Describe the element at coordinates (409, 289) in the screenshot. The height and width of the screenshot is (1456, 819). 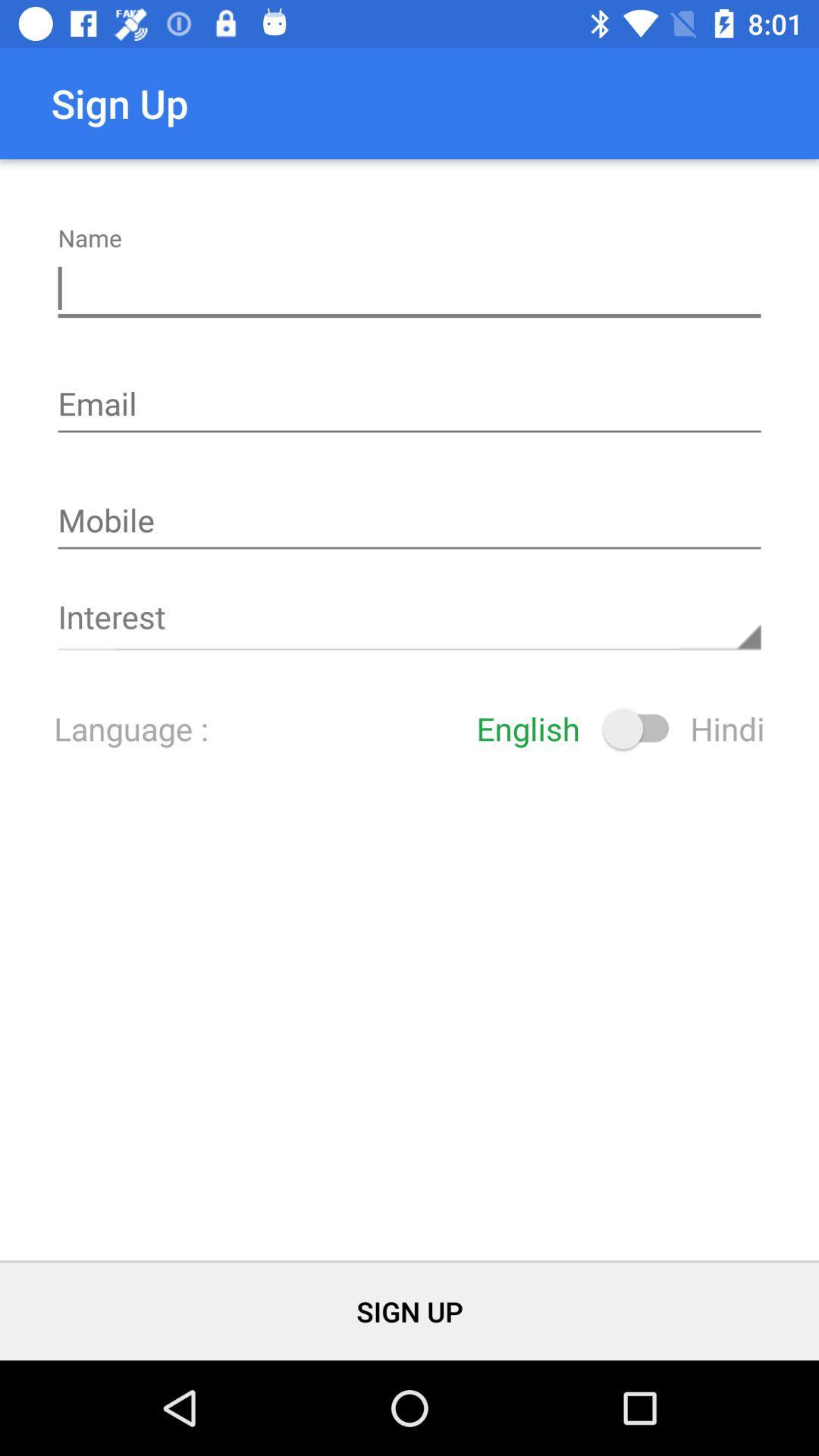
I see `name` at that location.